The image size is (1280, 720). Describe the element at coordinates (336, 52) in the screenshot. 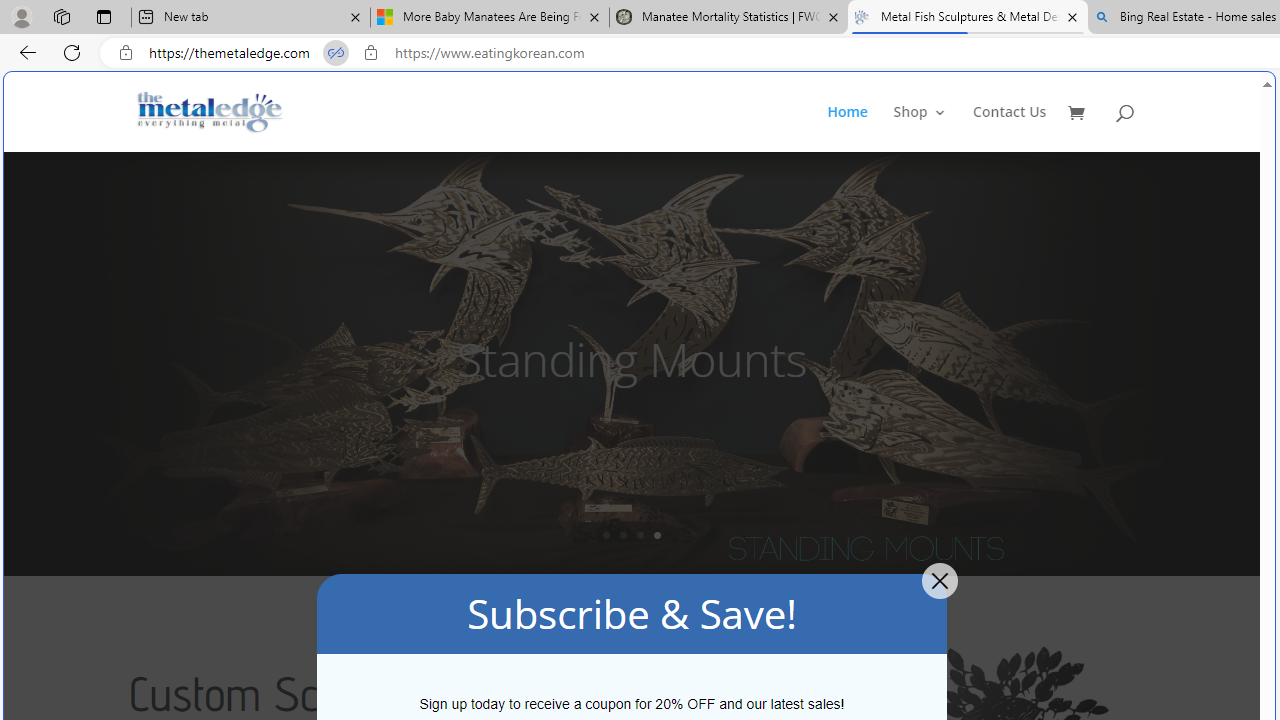

I see `'Tabs in split screen'` at that location.